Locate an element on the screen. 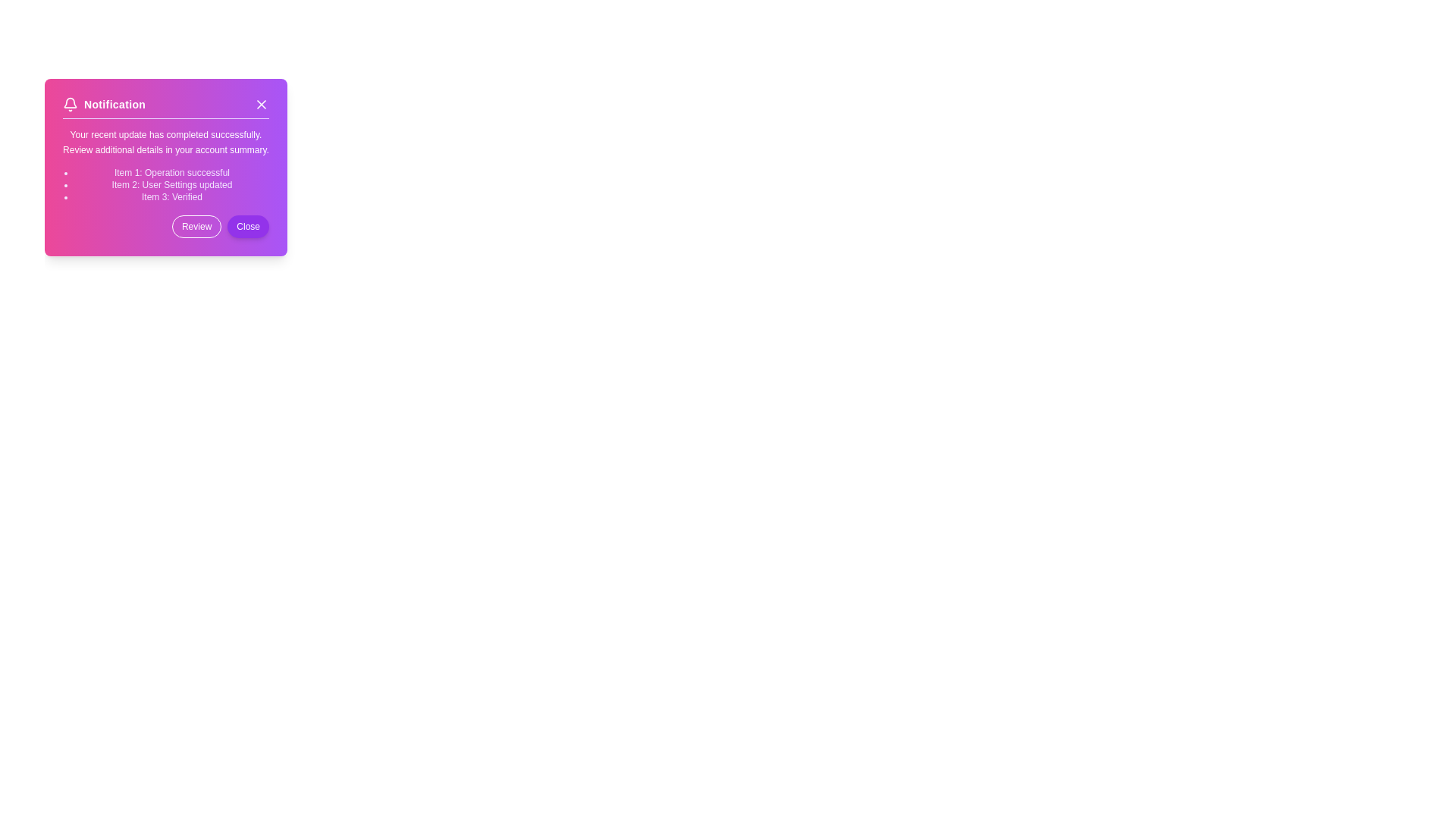 Image resolution: width=1456 pixels, height=819 pixels. the notification text indicating a successfully completed operation, located beneath the title 'Notification' in the modal is located at coordinates (171, 171).